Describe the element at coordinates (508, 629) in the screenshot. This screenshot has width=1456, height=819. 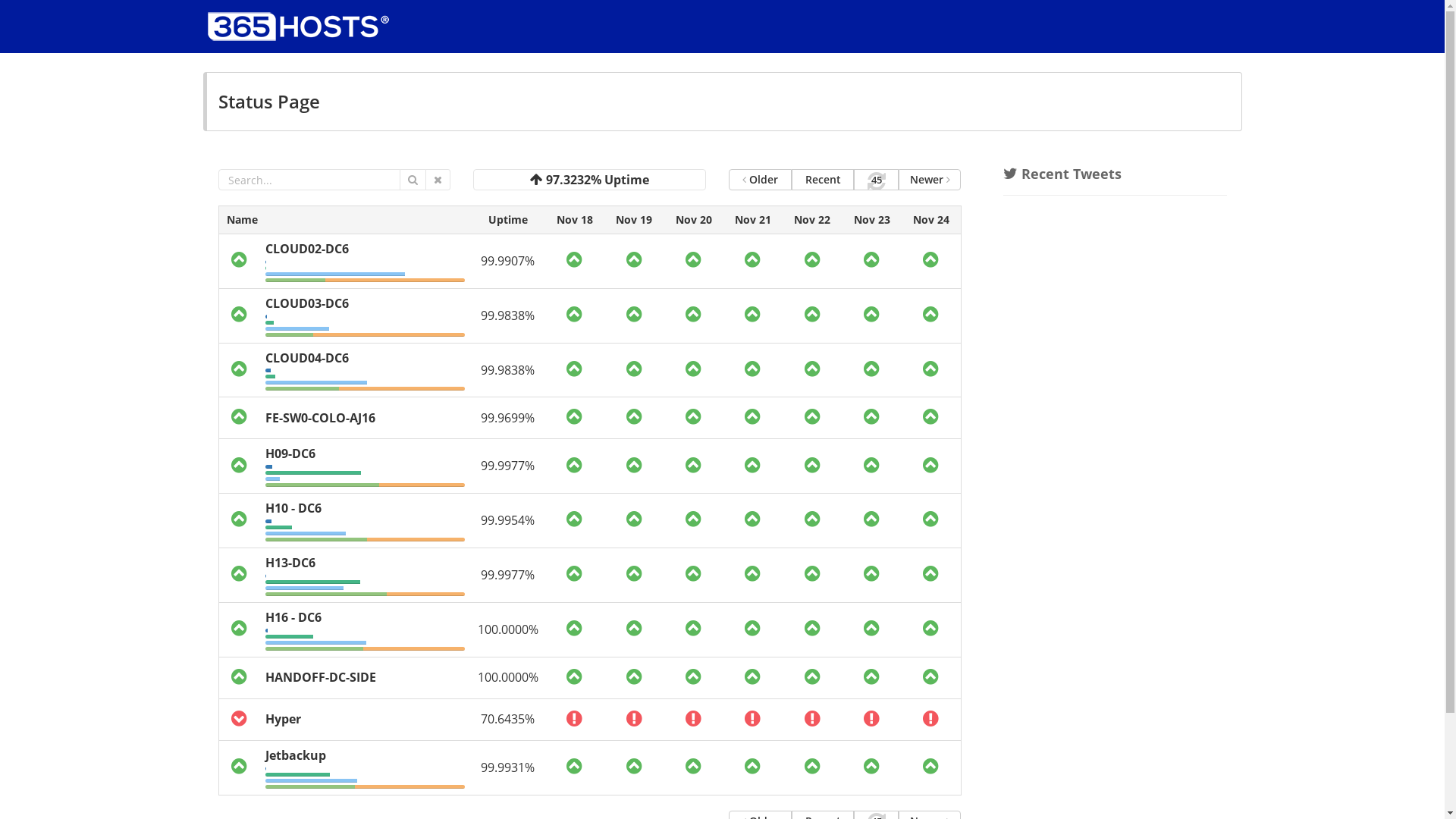
I see `'100.0000%'` at that location.